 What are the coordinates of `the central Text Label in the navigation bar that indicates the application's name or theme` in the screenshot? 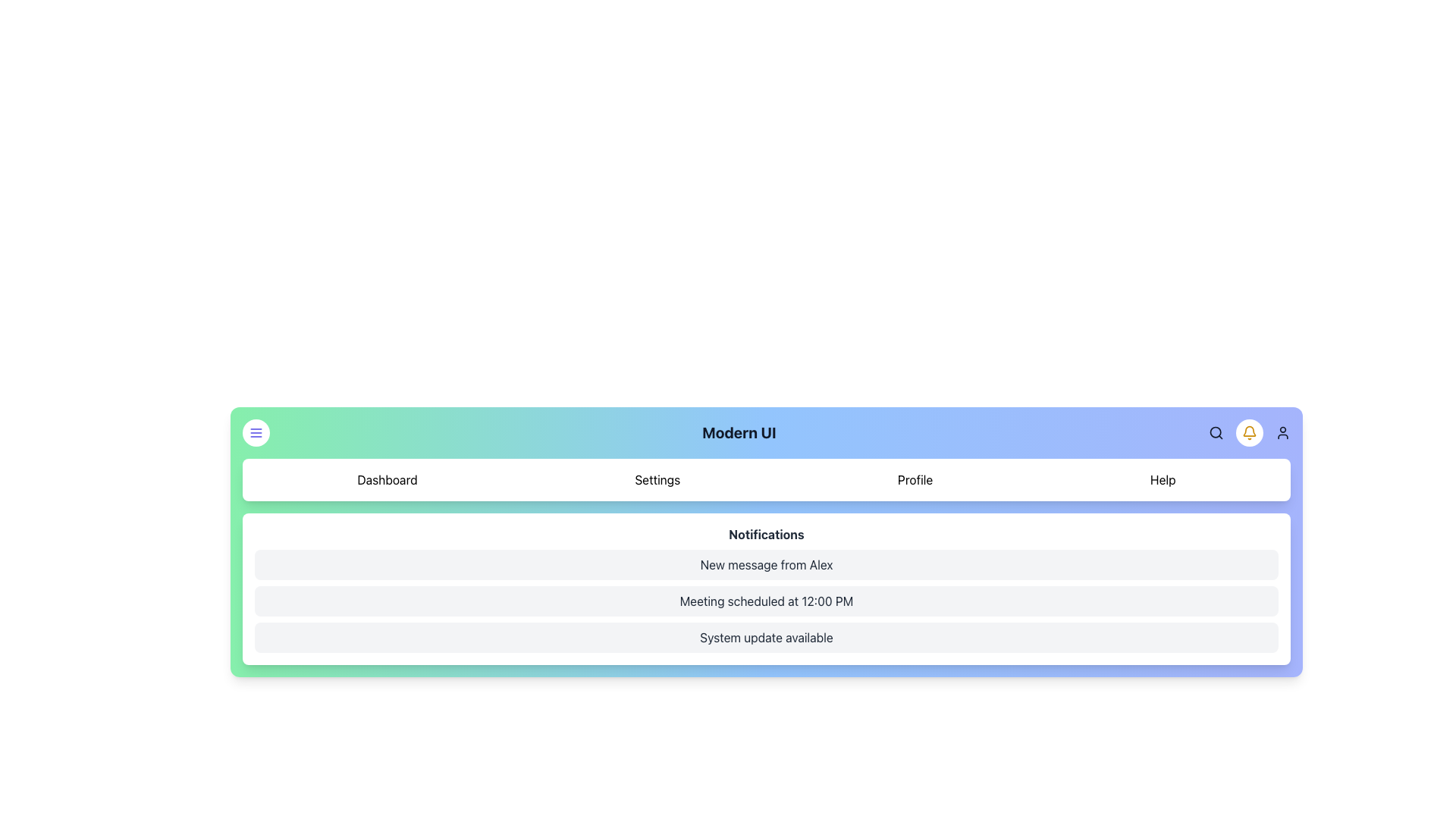 It's located at (739, 432).